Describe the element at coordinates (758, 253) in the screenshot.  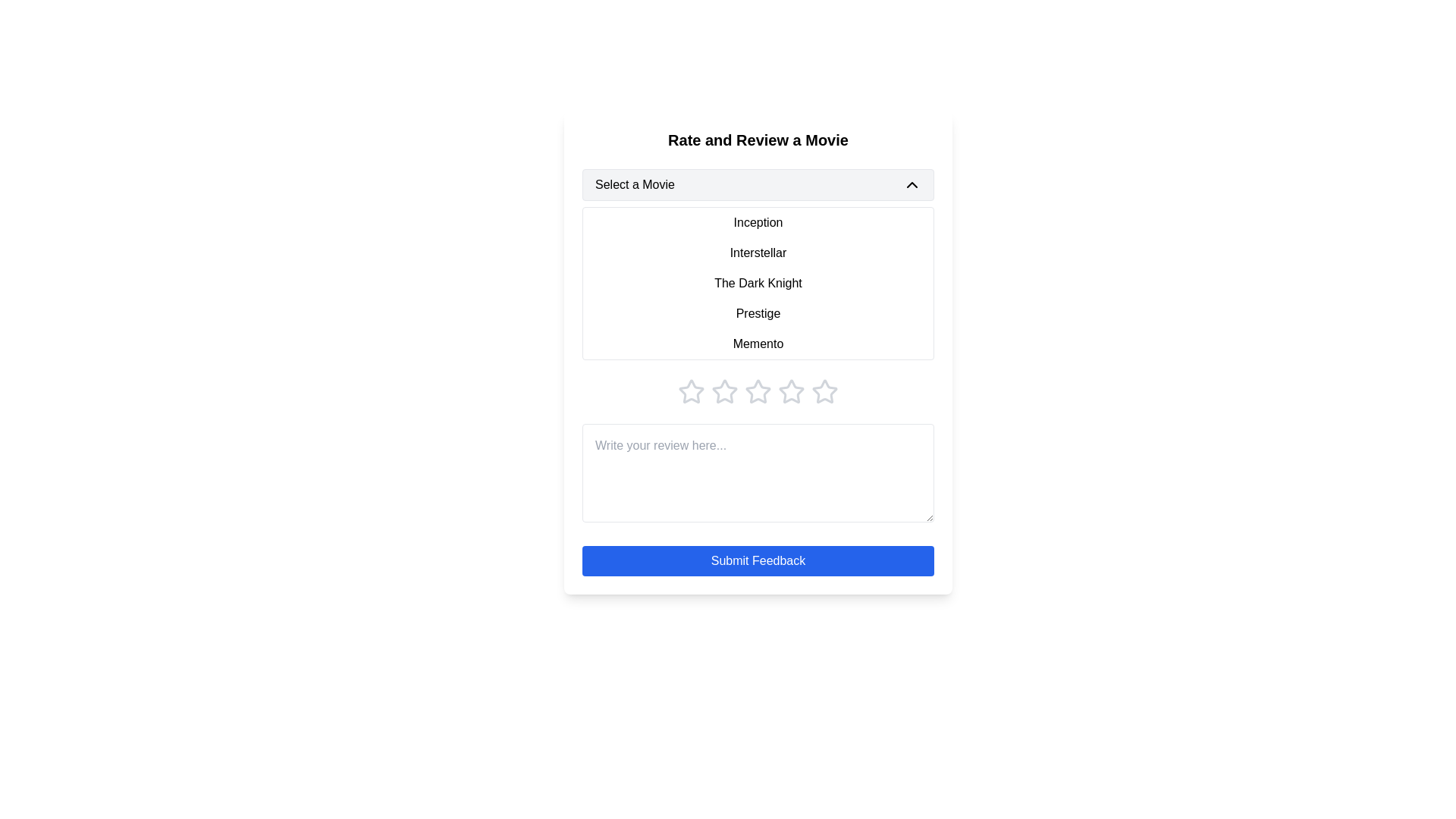
I see `the second movie title Text Label that displays a movie name, located between 'Inception' and 'The Dark Knight' in a vertically stacked list` at that location.